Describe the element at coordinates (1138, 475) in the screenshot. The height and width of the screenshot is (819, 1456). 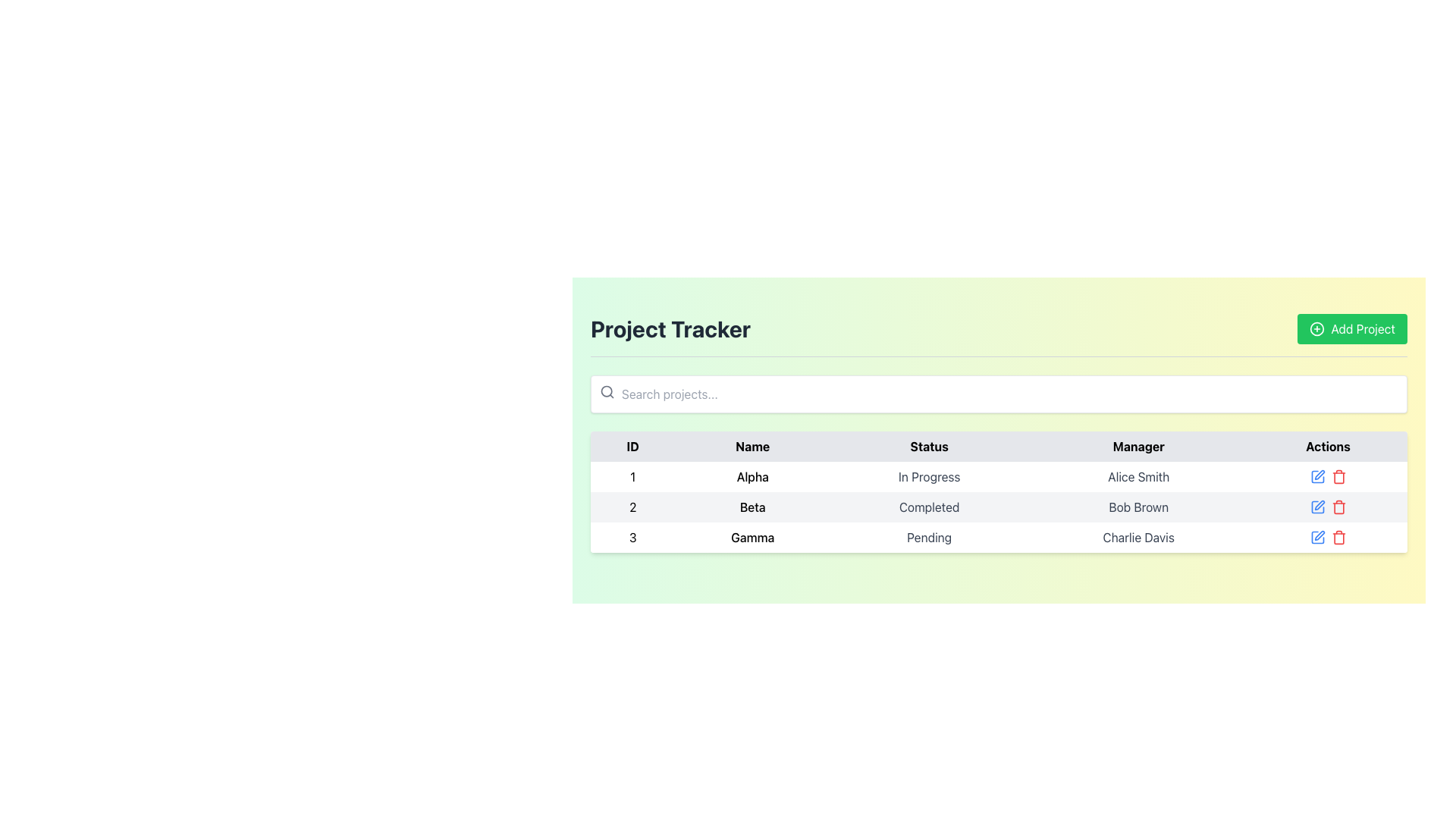
I see `the Text Display element that shows 'Alice Smith' in the Manager column of the first row of the data table, located between the 'Status' and 'Actions' columns` at that location.